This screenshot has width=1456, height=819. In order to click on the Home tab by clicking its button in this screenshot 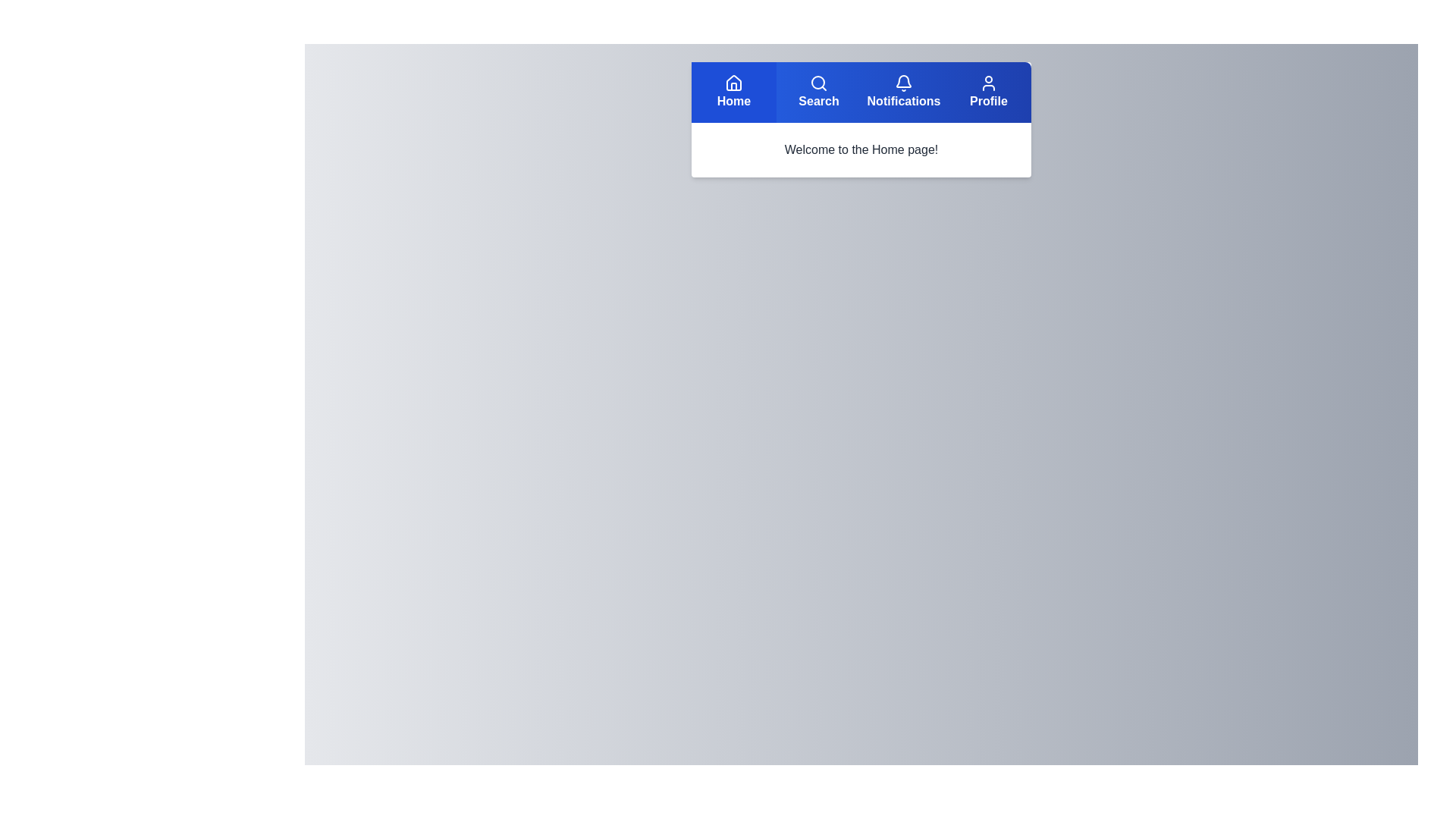, I will do `click(734, 93)`.